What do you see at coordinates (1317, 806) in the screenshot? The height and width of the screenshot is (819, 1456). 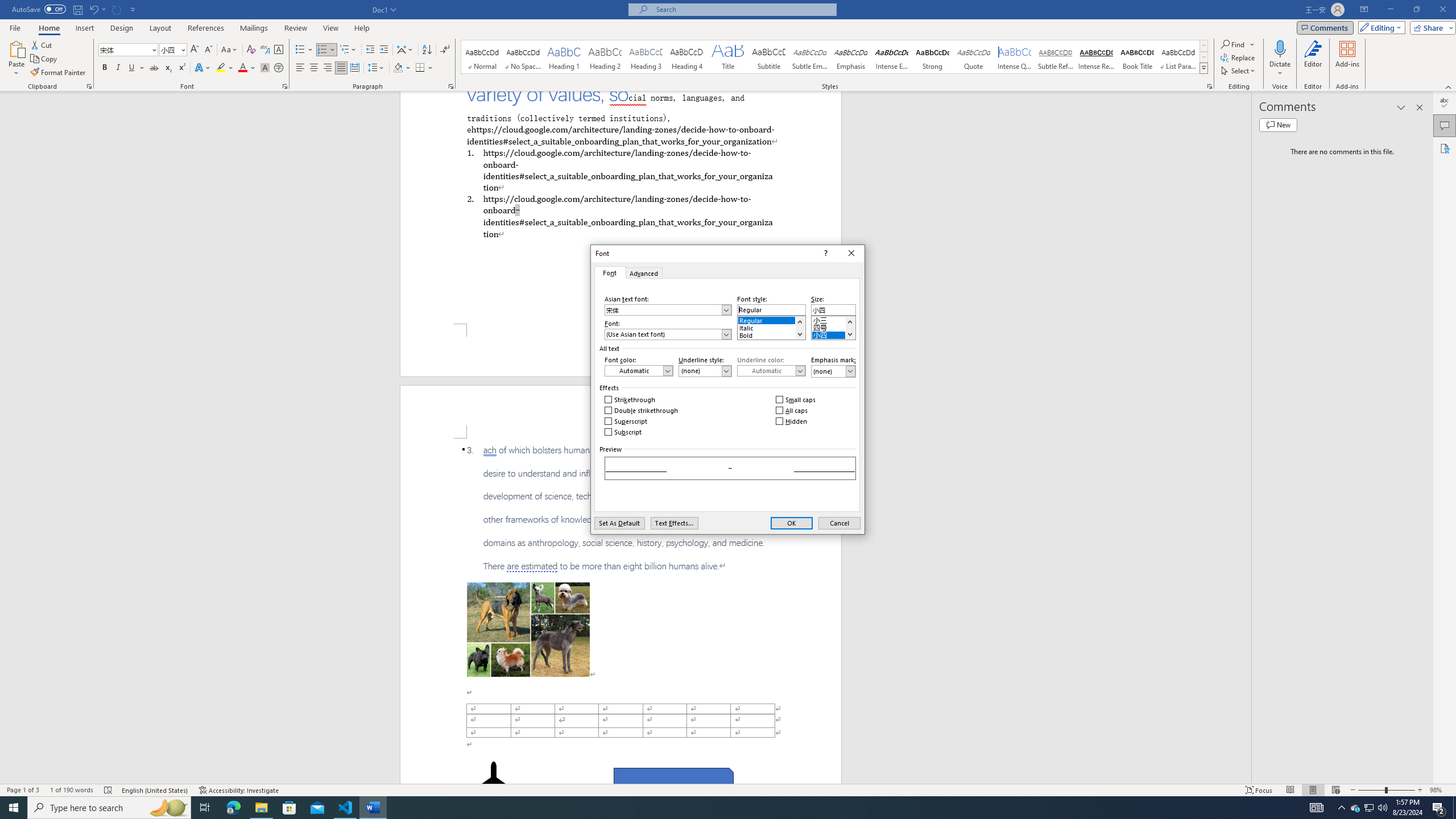 I see `'AutomationID: 4105'` at bounding box center [1317, 806].